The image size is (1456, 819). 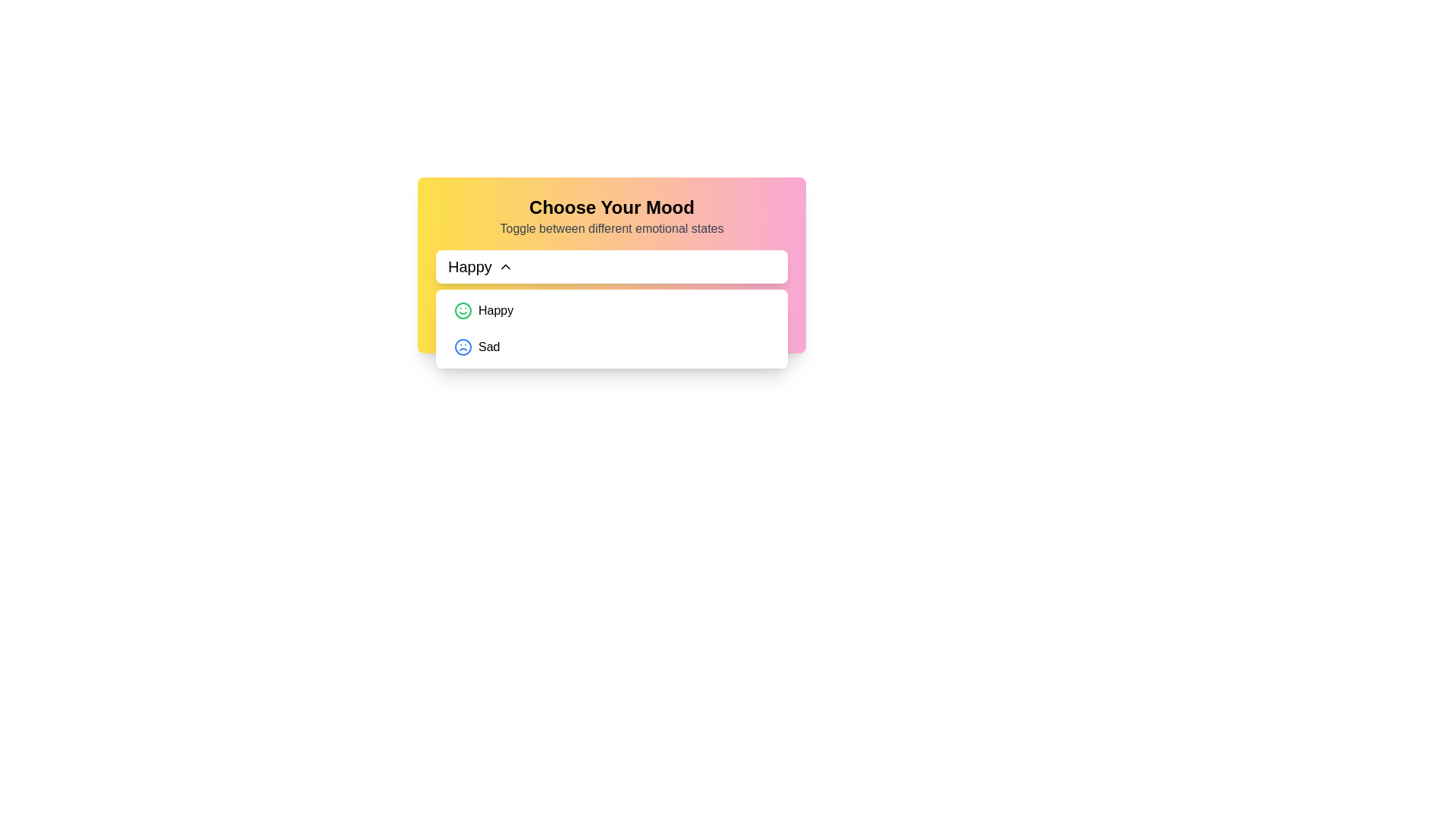 What do you see at coordinates (483, 309) in the screenshot?
I see `the 'Happy' option in the dropdown menu` at bounding box center [483, 309].